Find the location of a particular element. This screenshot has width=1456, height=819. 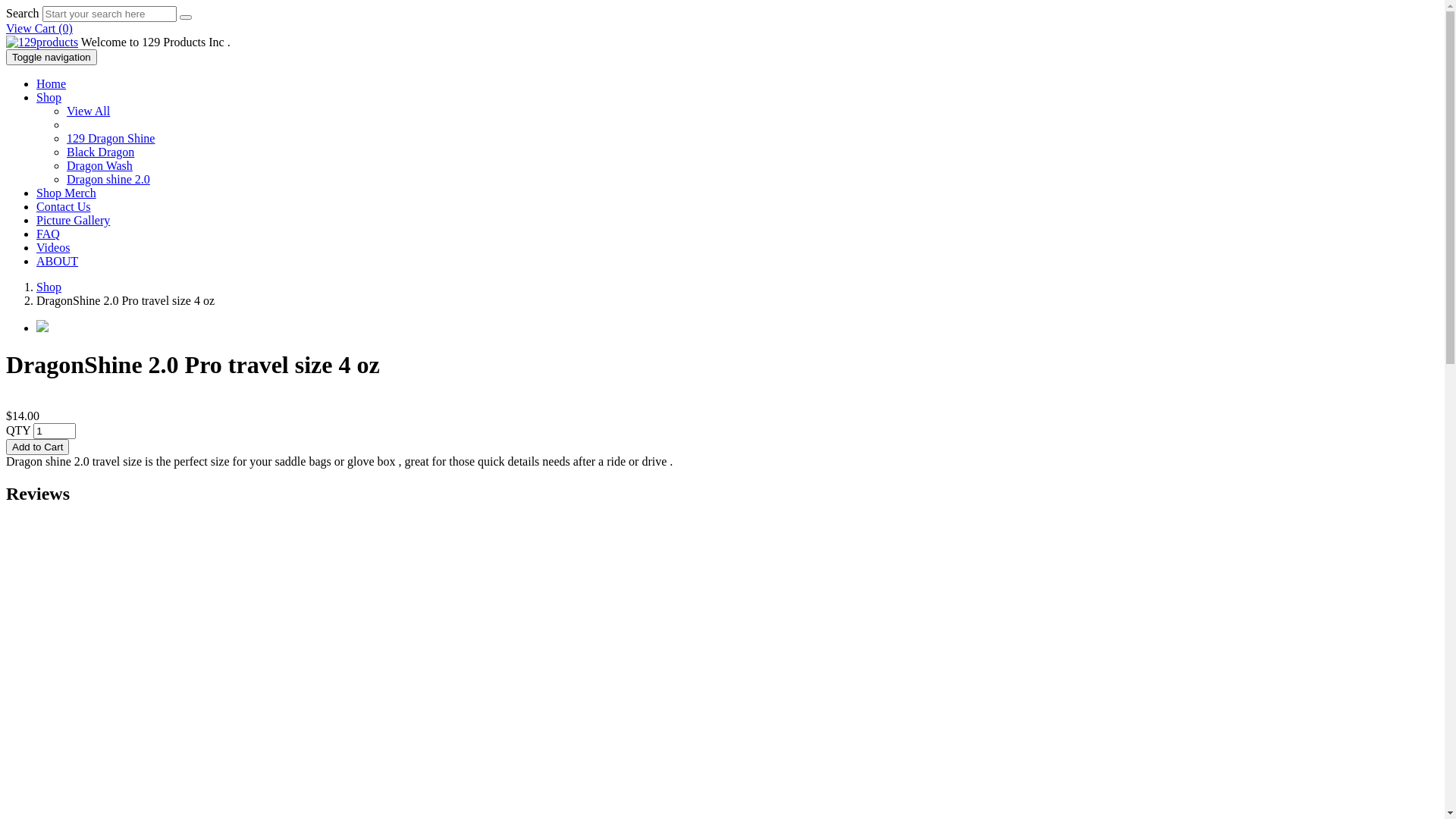

'View All' is located at coordinates (87, 110).